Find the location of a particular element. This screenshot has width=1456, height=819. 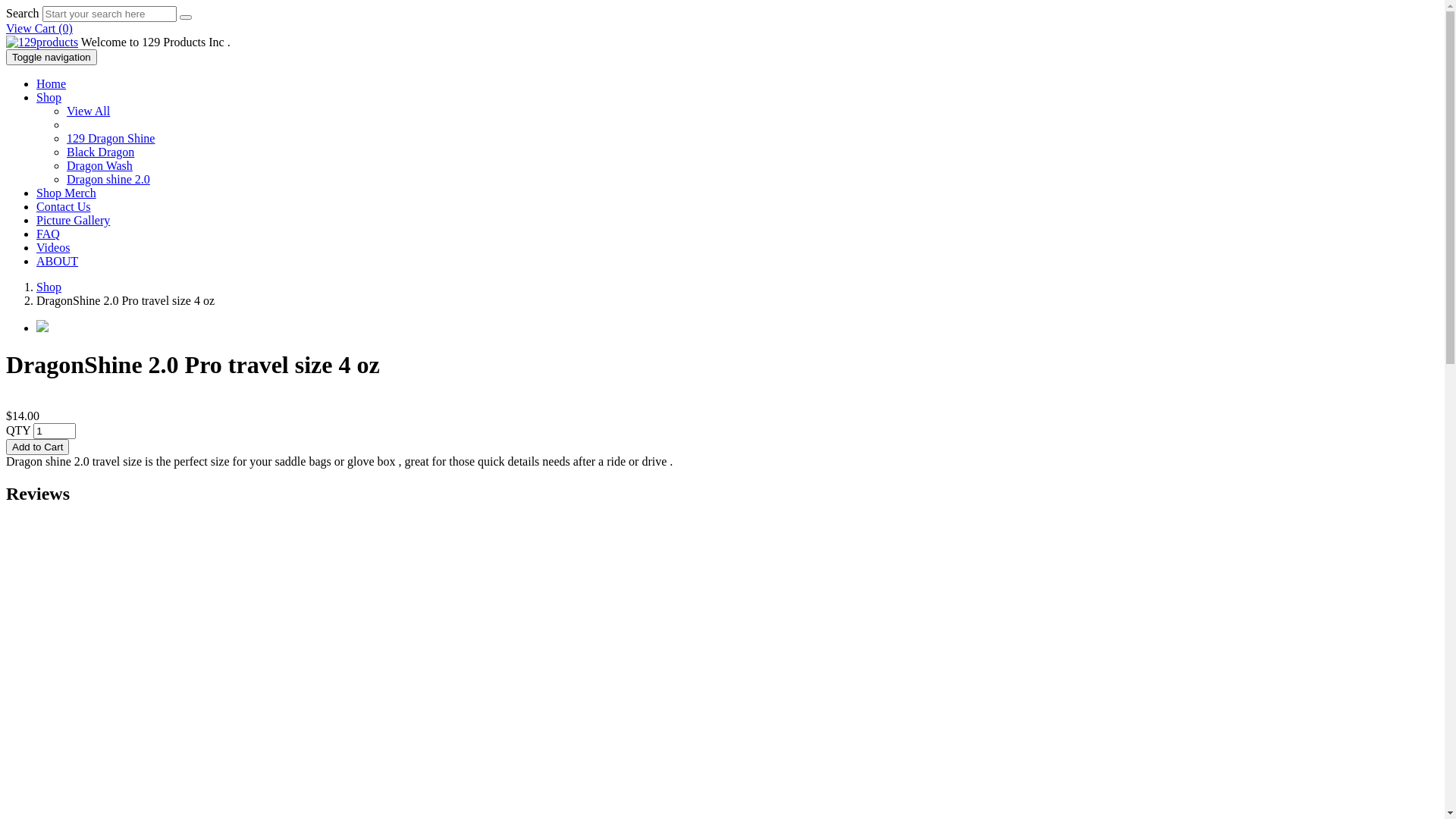

'View All' is located at coordinates (87, 110).